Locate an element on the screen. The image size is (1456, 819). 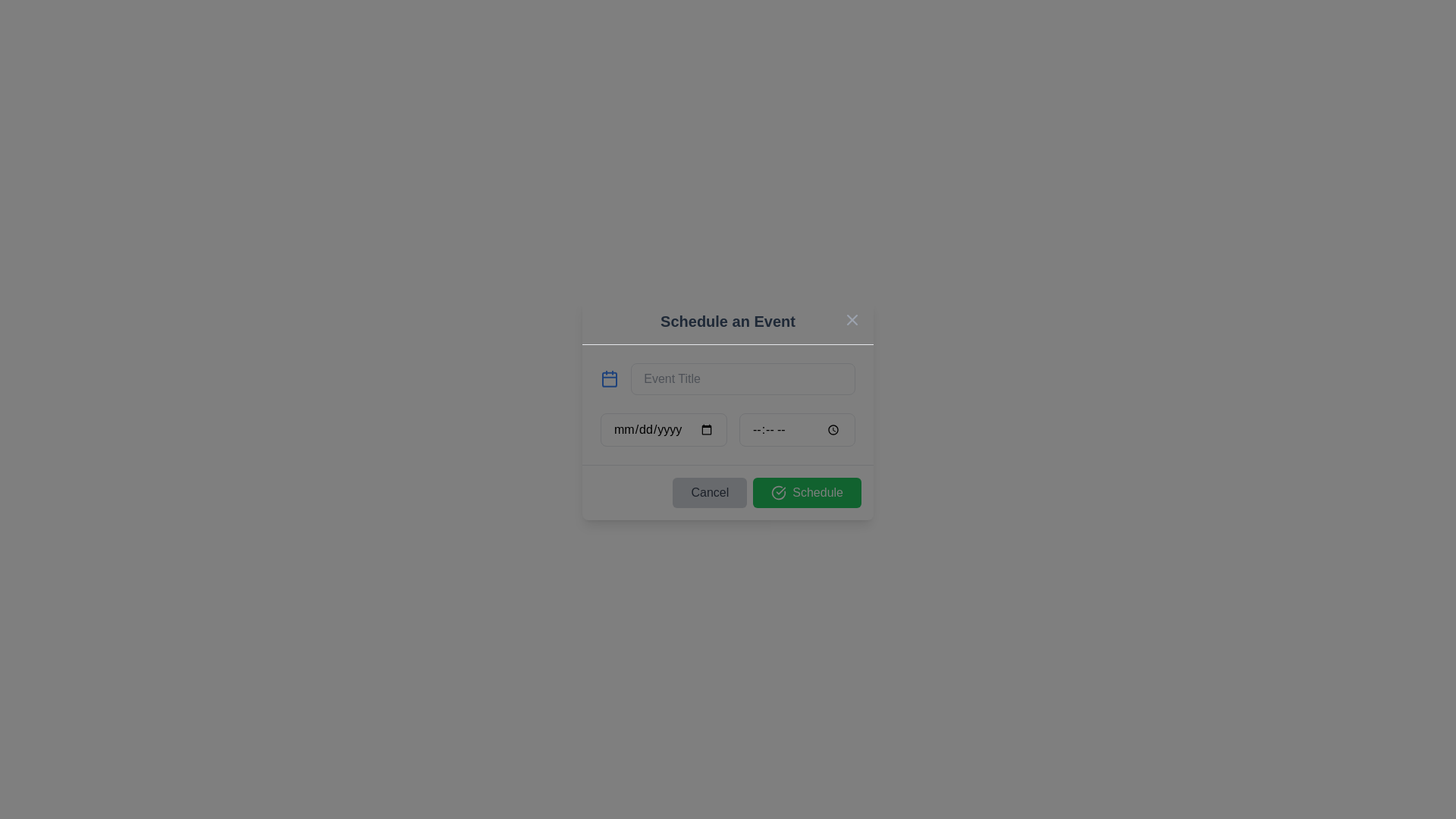
the cancel button located in the lower-right side of the modal is located at coordinates (709, 493).